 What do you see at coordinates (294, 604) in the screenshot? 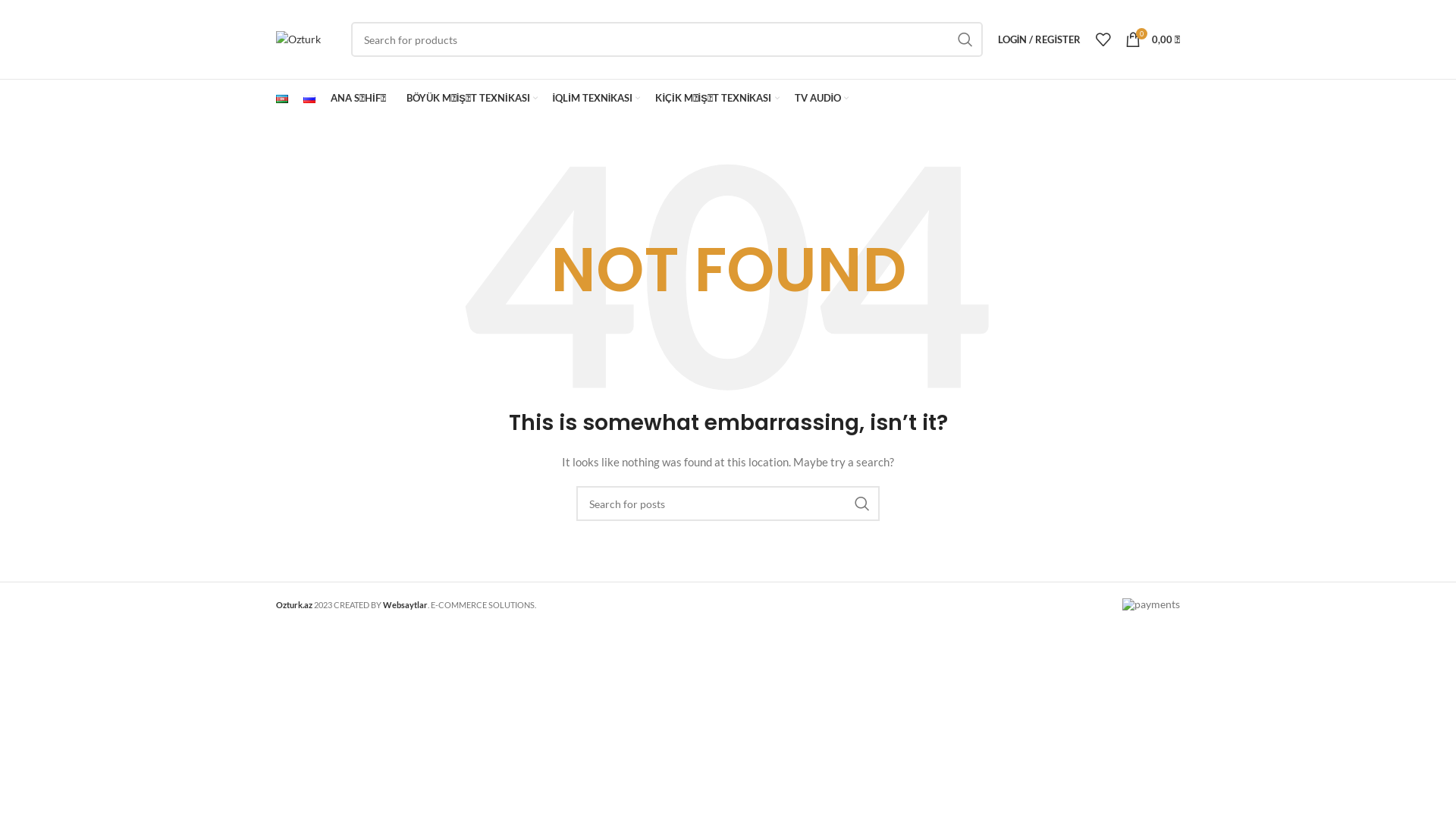
I see `'Ozturk.az'` at bounding box center [294, 604].